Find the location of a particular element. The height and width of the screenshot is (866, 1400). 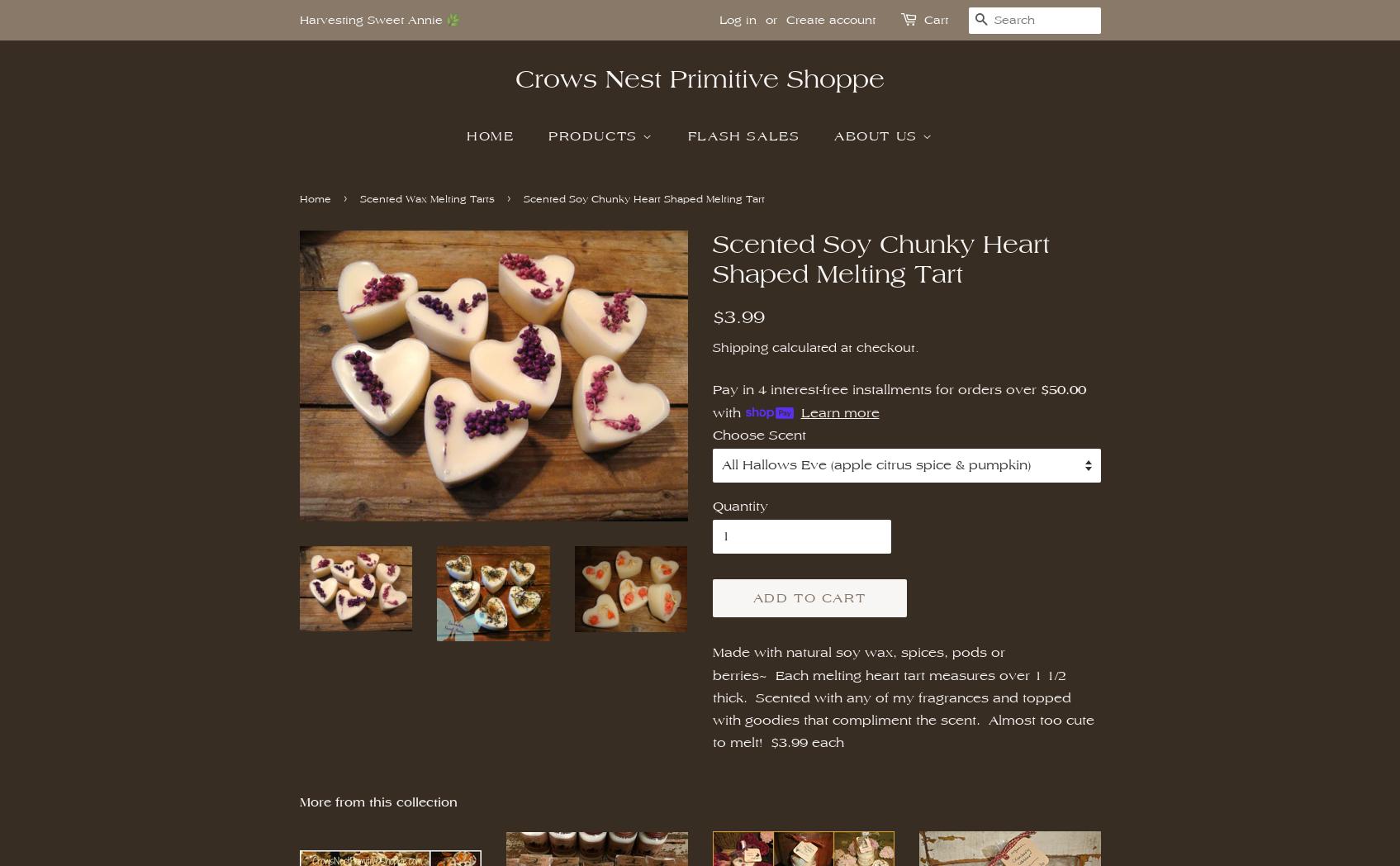

'Wooden Wares' is located at coordinates (943, 444).